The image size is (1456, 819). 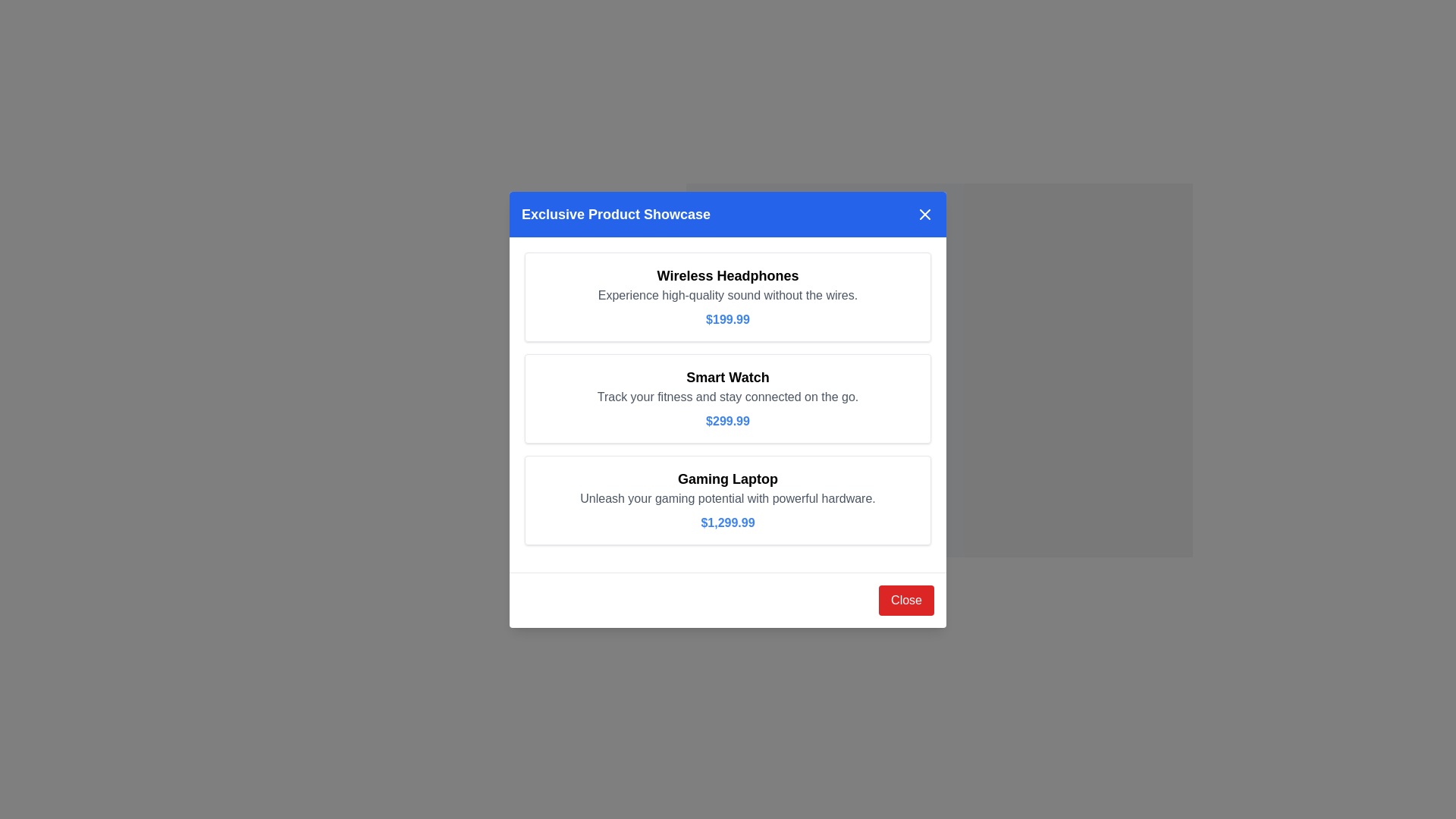 What do you see at coordinates (728, 295) in the screenshot?
I see `the text label that describes the product 'Wireless Headphones', which is positioned below the headline and above the price` at bounding box center [728, 295].